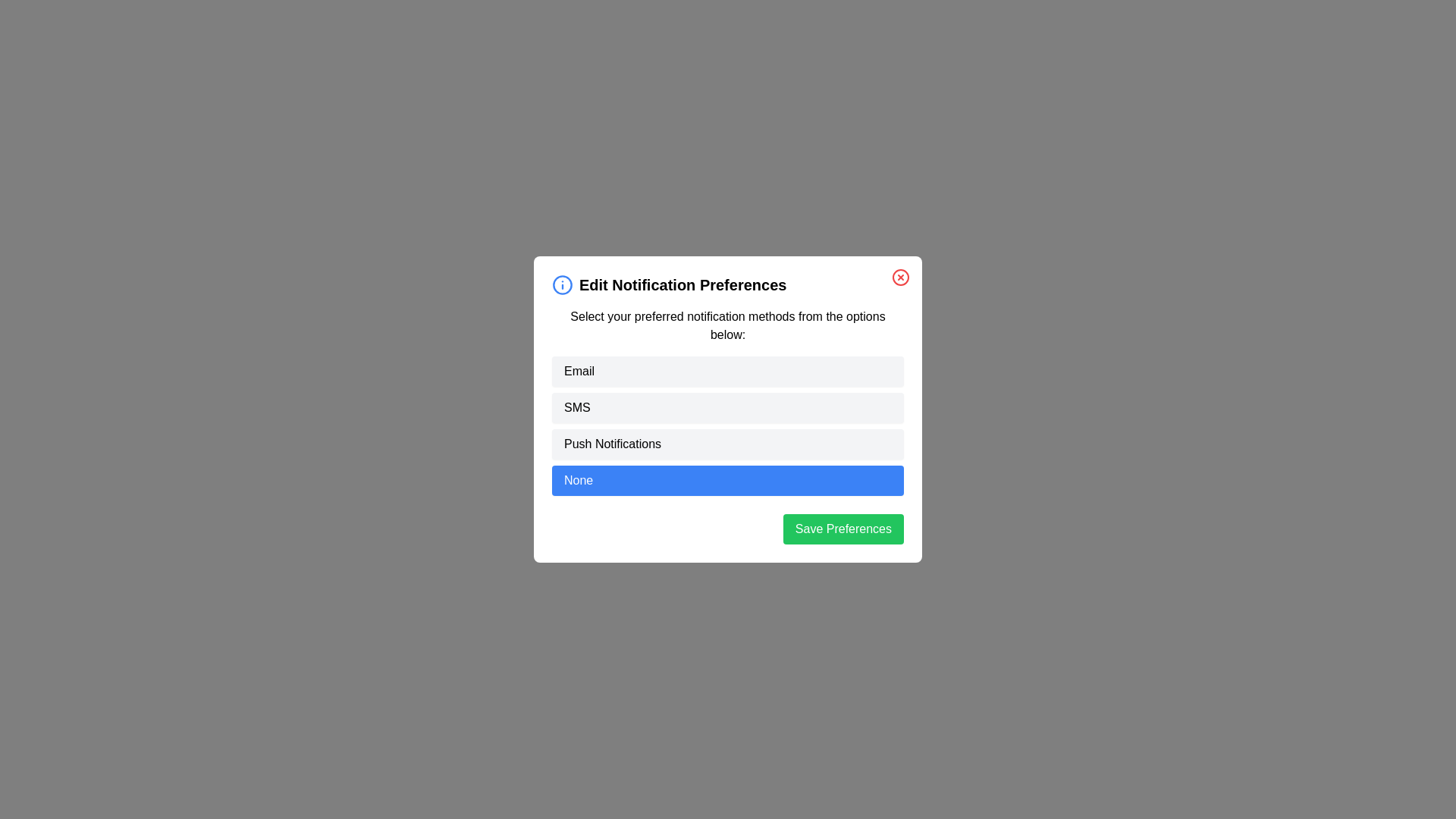 This screenshot has height=819, width=1456. Describe the element at coordinates (728, 371) in the screenshot. I see `the option Email from the list by clicking on it` at that location.